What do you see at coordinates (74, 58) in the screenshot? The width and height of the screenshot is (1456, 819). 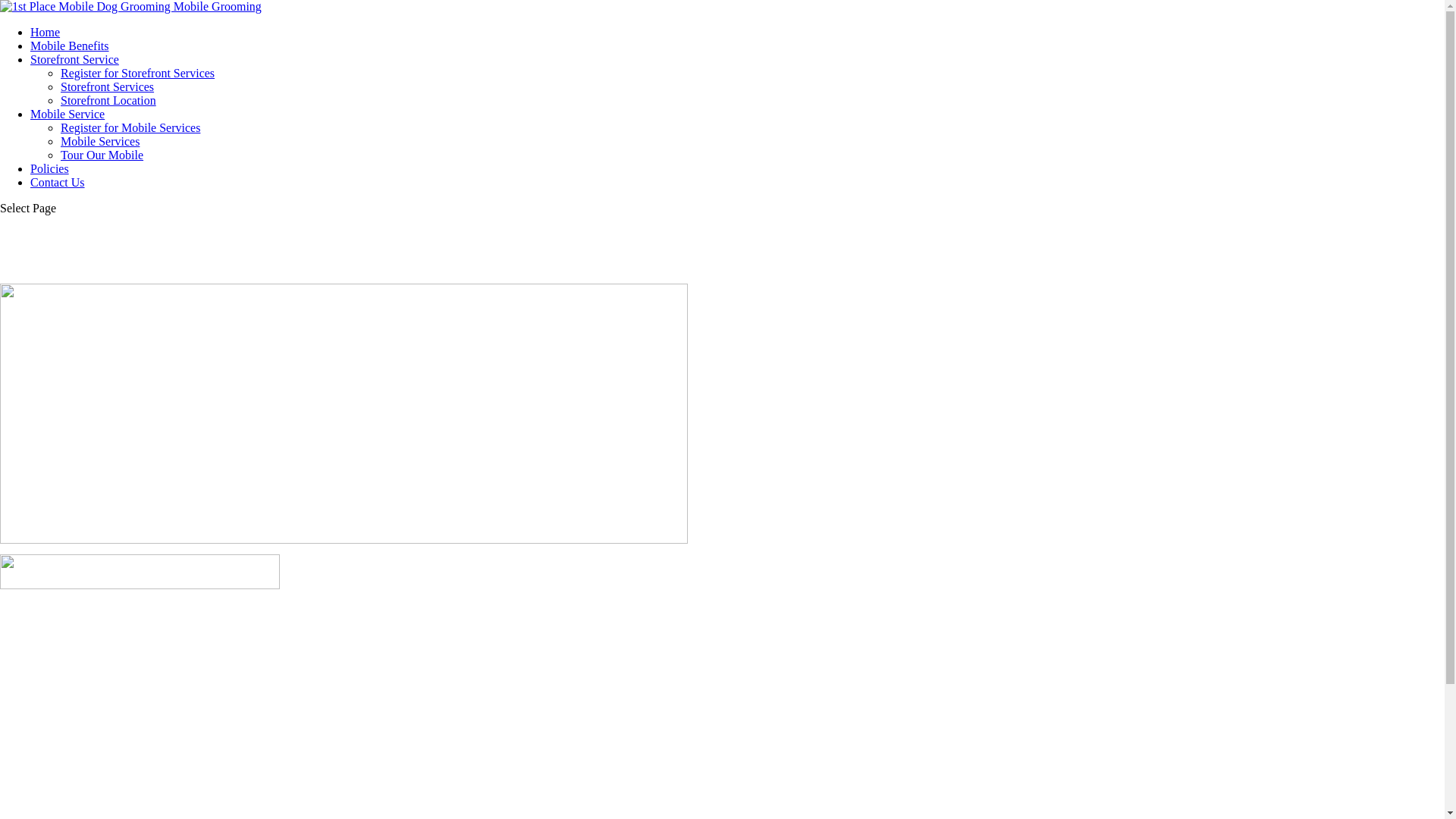 I see `'Storefront Service'` at bounding box center [74, 58].